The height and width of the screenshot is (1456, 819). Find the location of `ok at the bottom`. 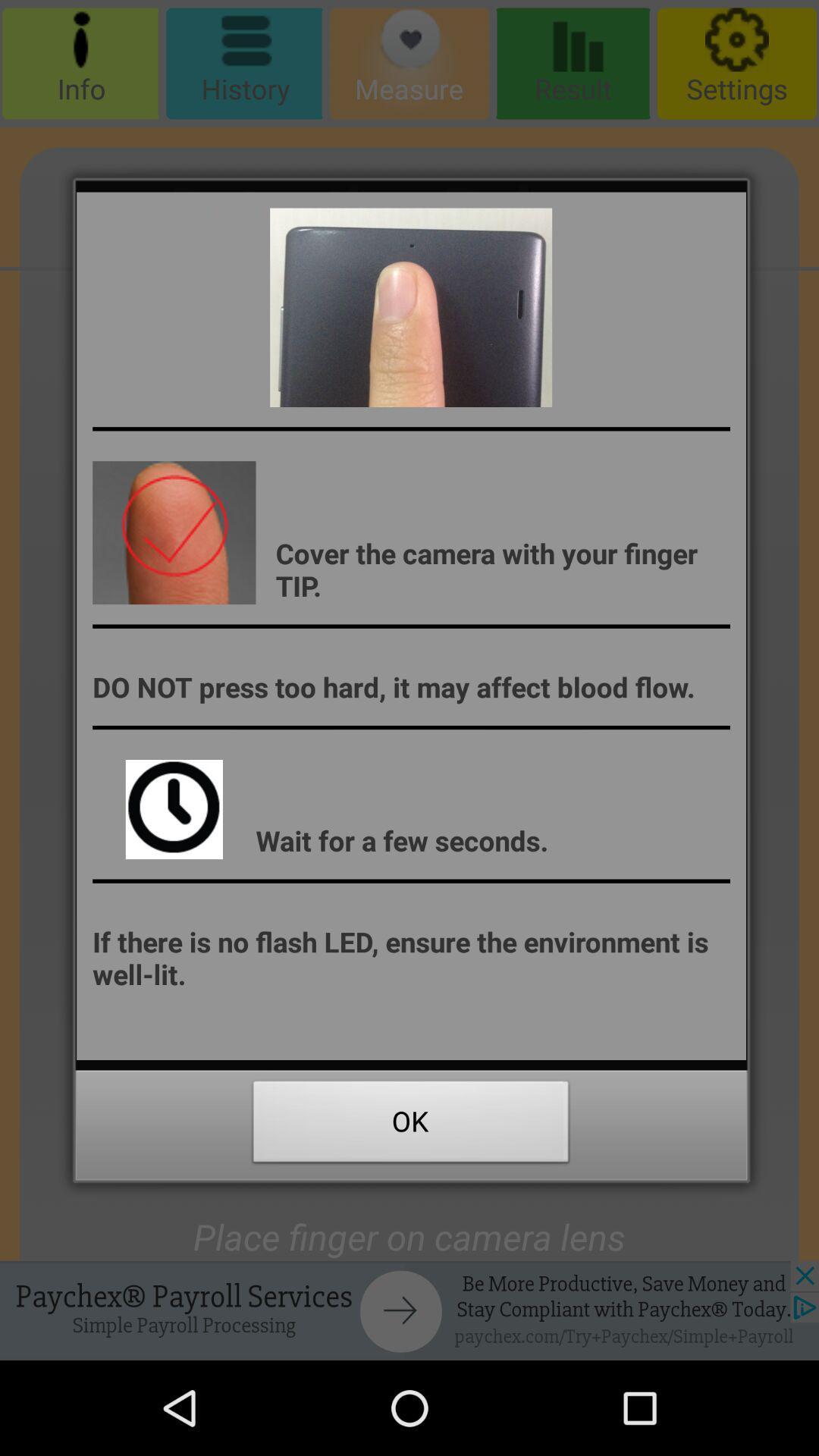

ok at the bottom is located at coordinates (411, 1125).